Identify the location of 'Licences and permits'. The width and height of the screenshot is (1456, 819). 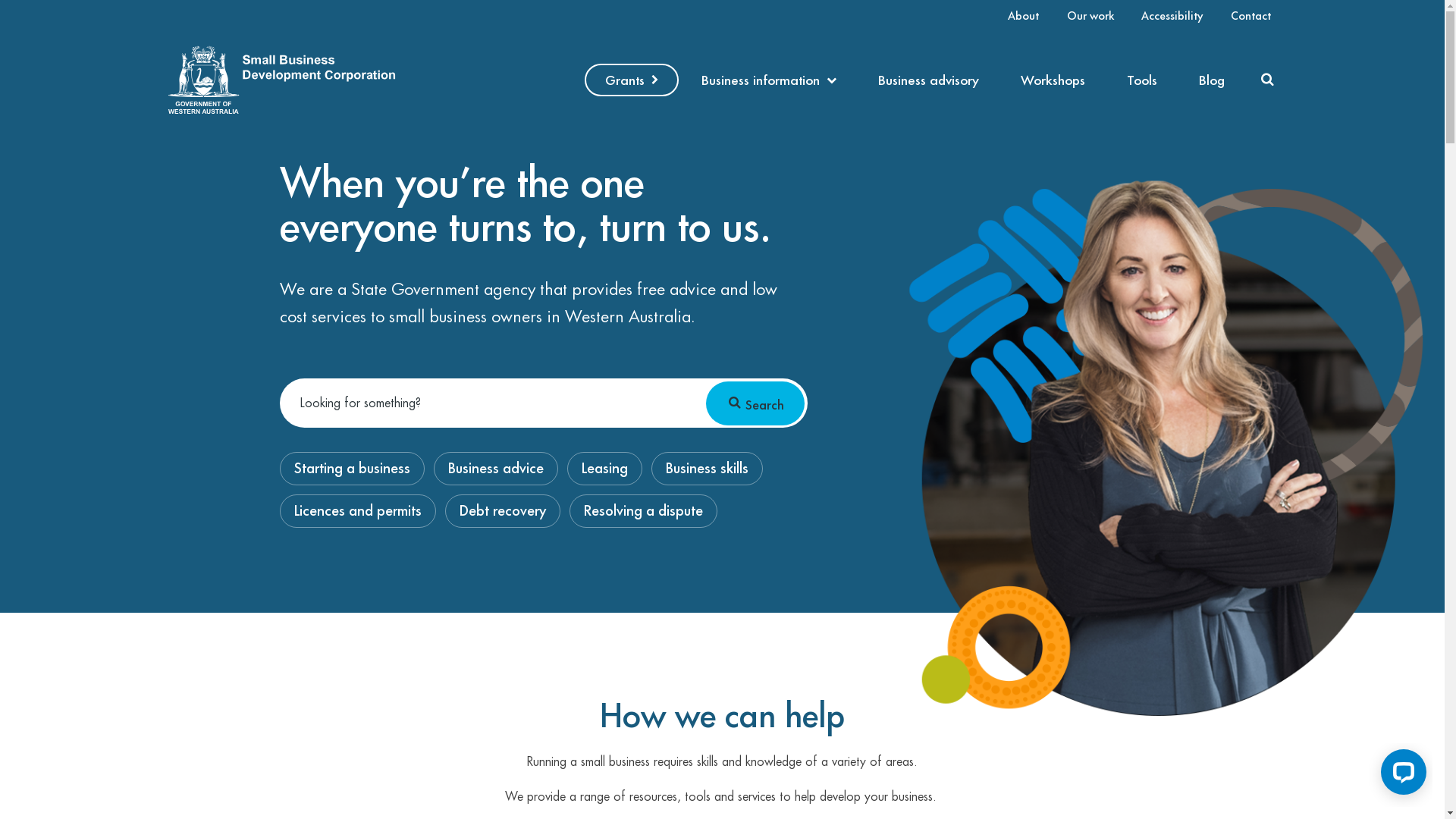
(356, 511).